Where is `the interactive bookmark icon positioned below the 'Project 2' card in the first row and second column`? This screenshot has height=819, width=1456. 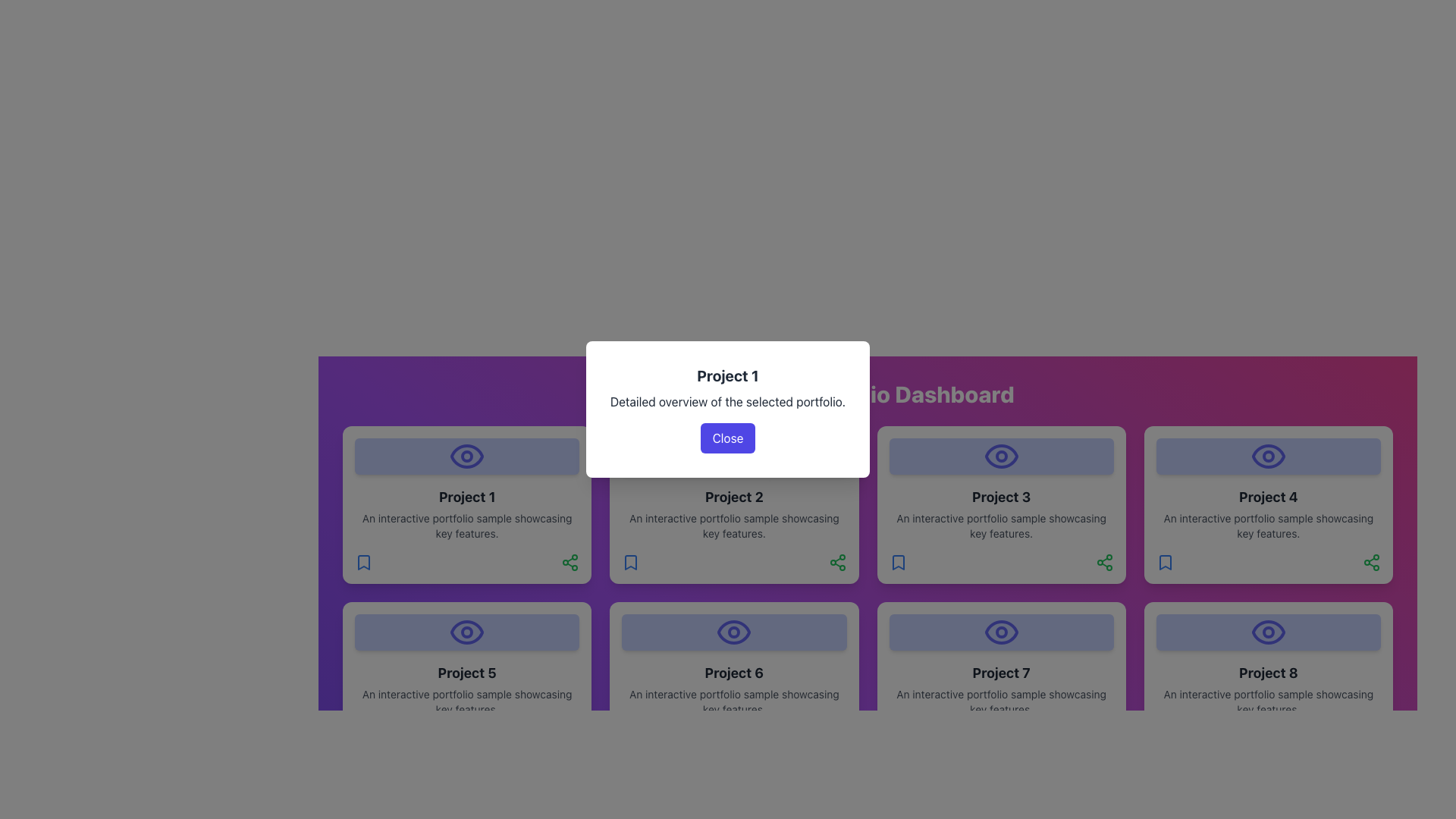
the interactive bookmark icon positioned below the 'Project 2' card in the first row and second column is located at coordinates (631, 562).